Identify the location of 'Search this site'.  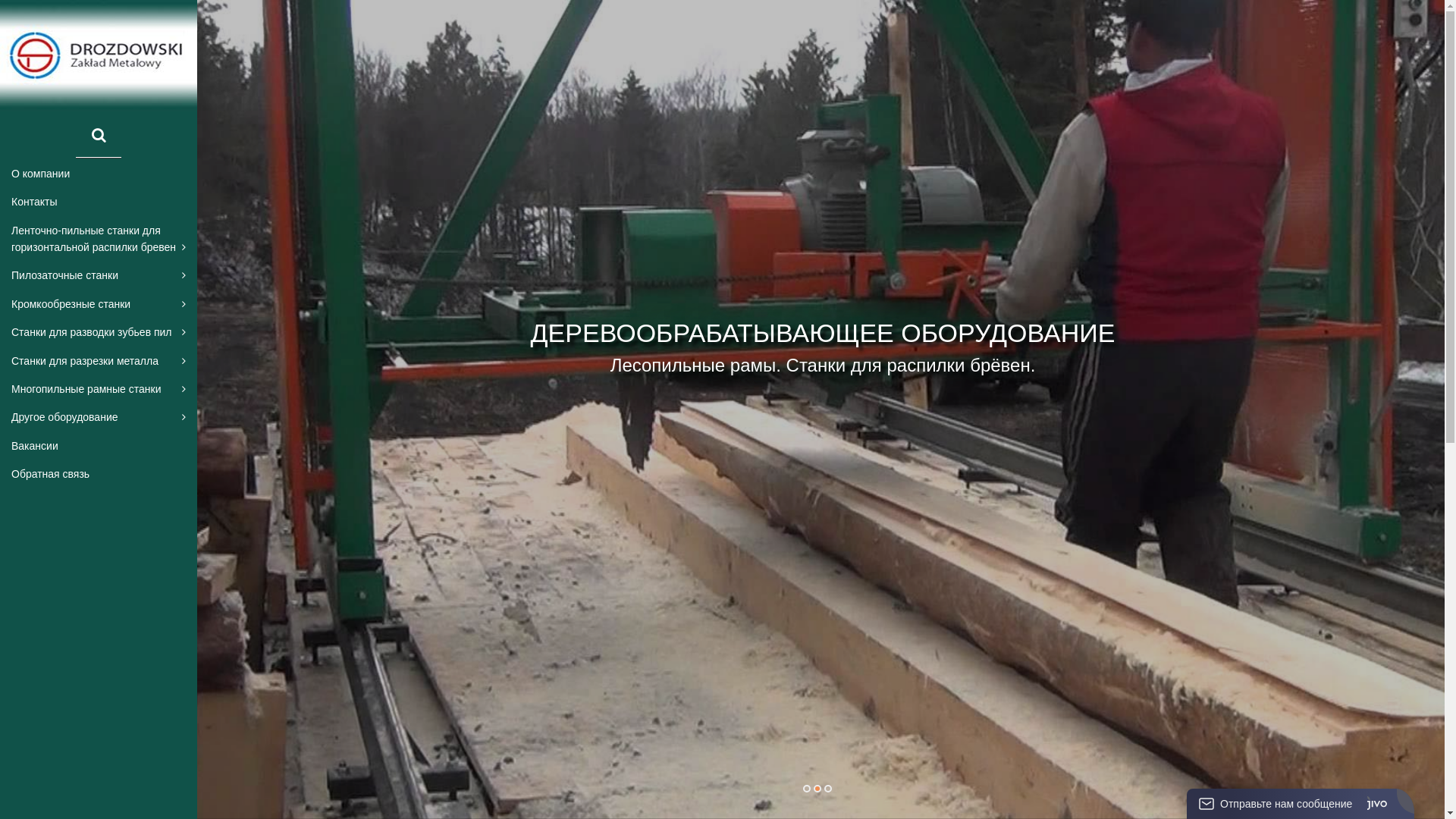
(97, 136).